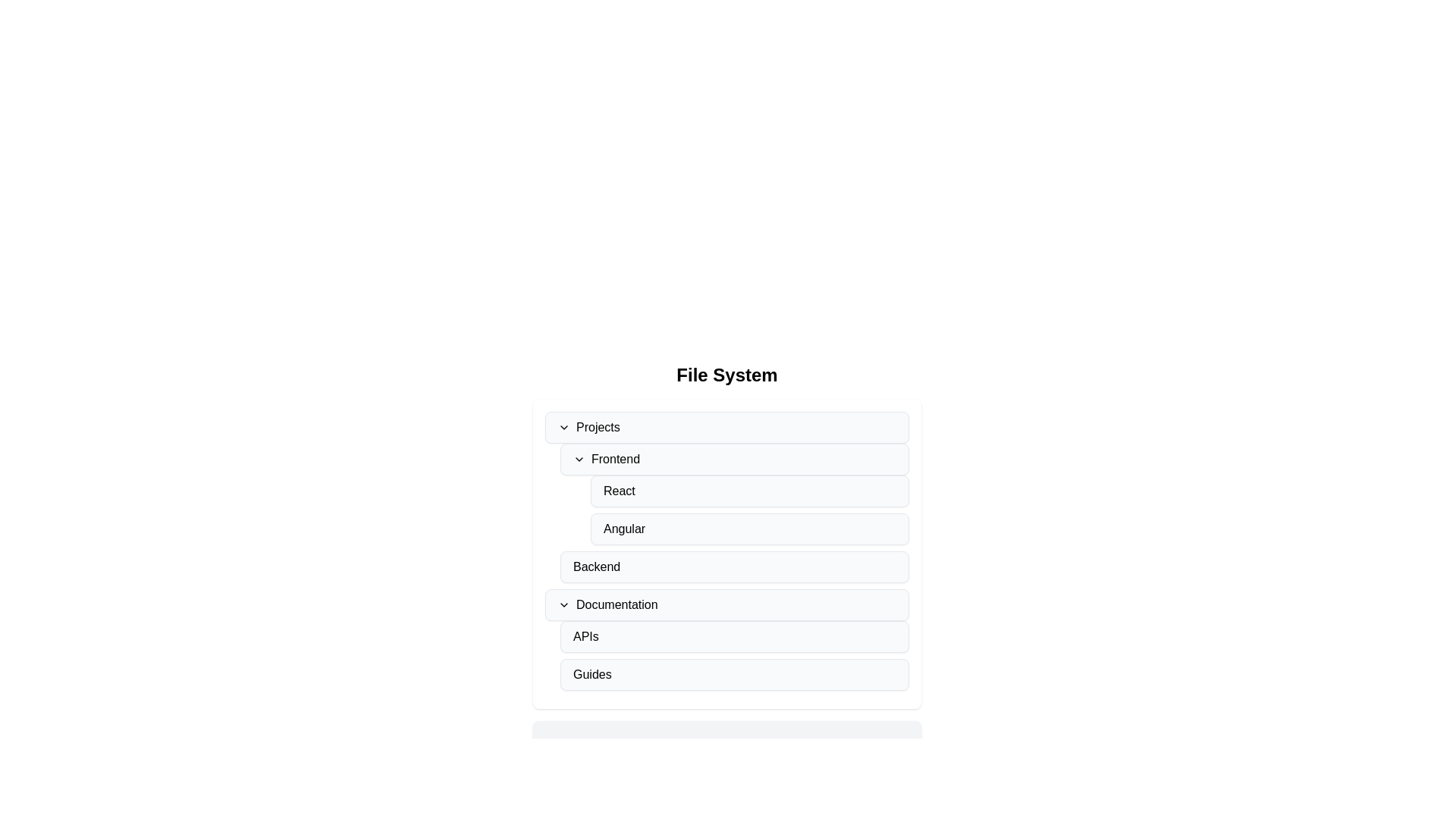  Describe the element at coordinates (591, 674) in the screenshot. I see `the Text label under the 'Documentation' section` at that location.